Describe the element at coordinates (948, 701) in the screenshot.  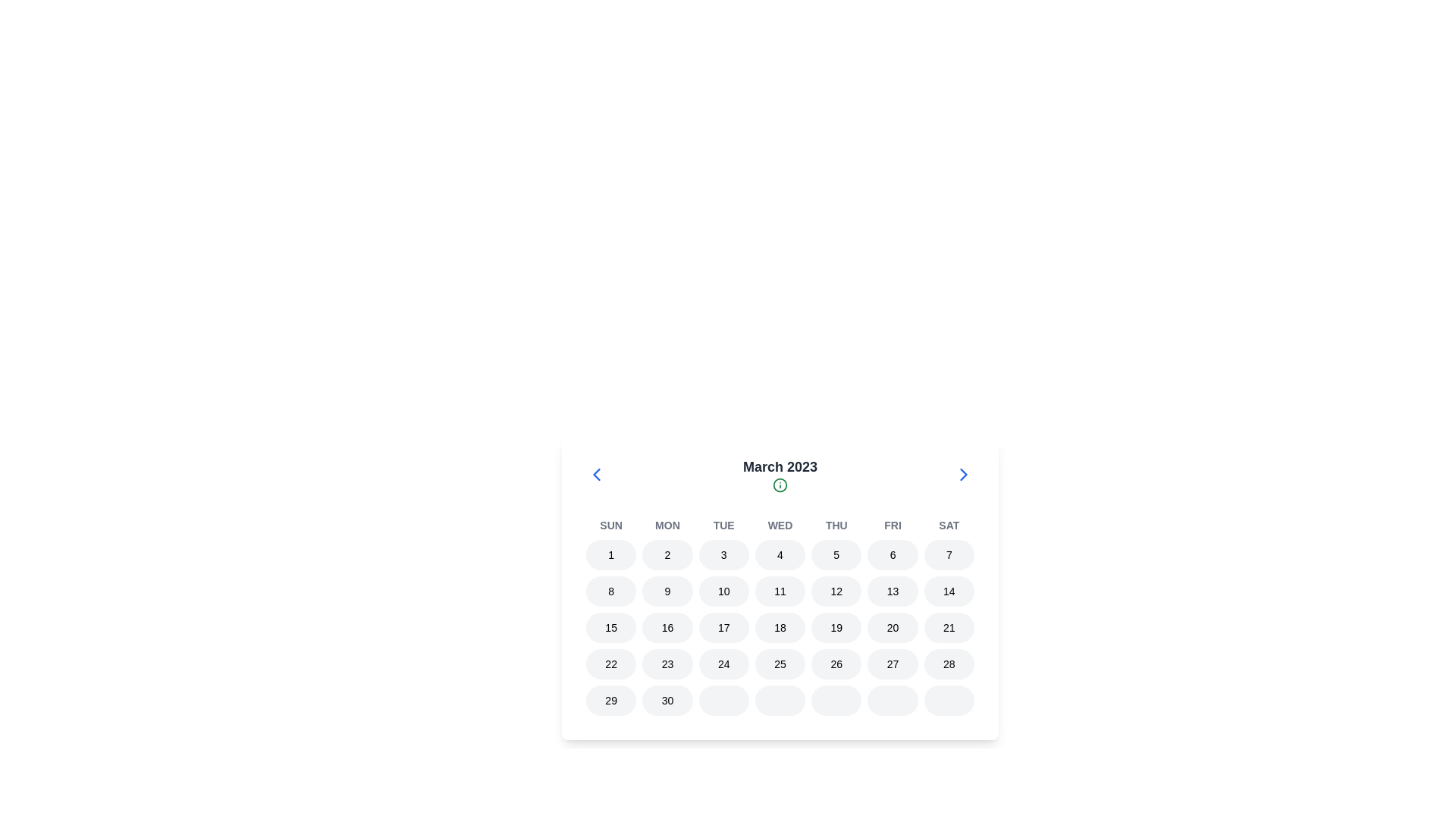
I see `the oval-shaped Placeholder button located in the last column of the calendar grid under 'Saturday'` at that location.